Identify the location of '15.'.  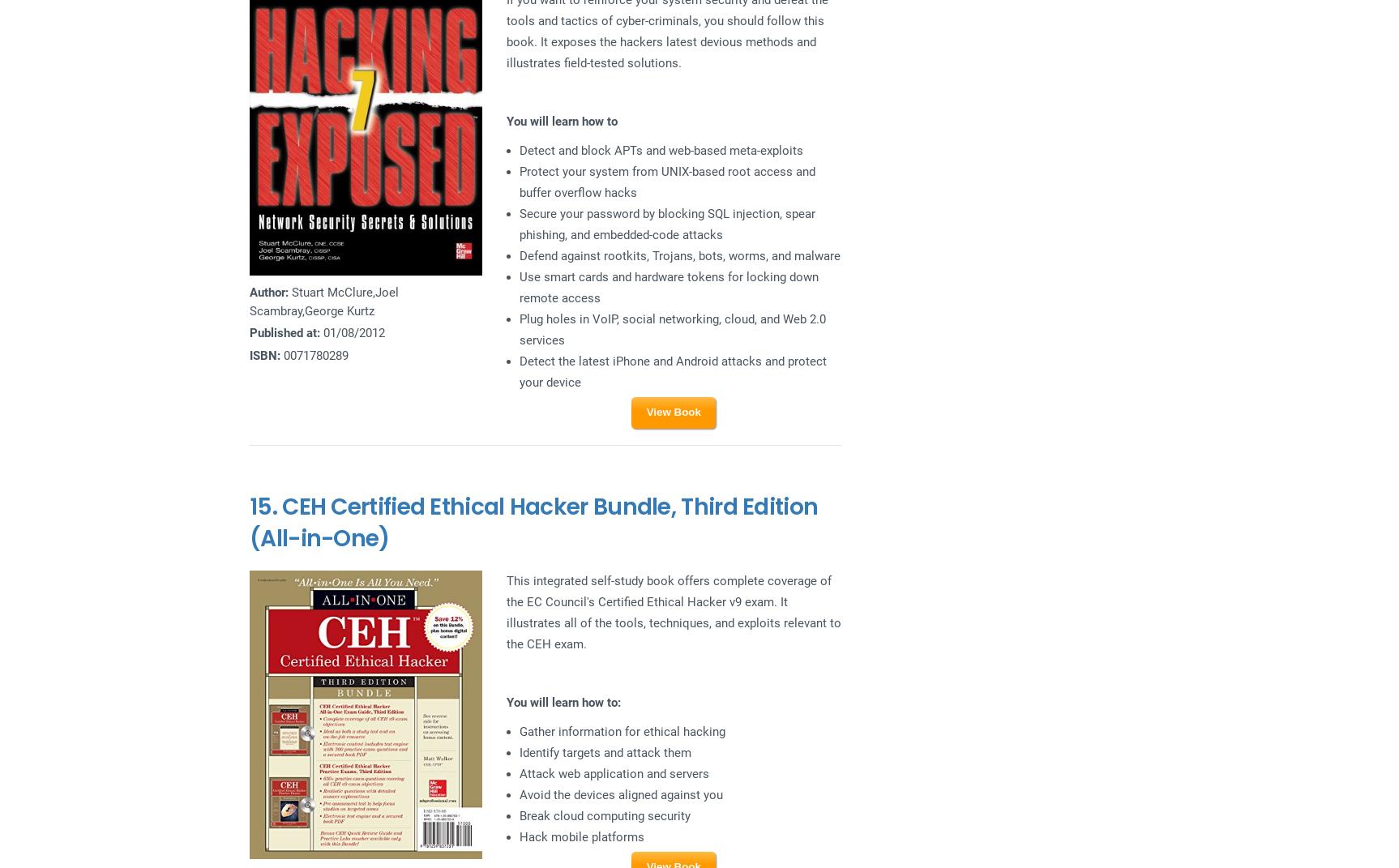
(248, 505).